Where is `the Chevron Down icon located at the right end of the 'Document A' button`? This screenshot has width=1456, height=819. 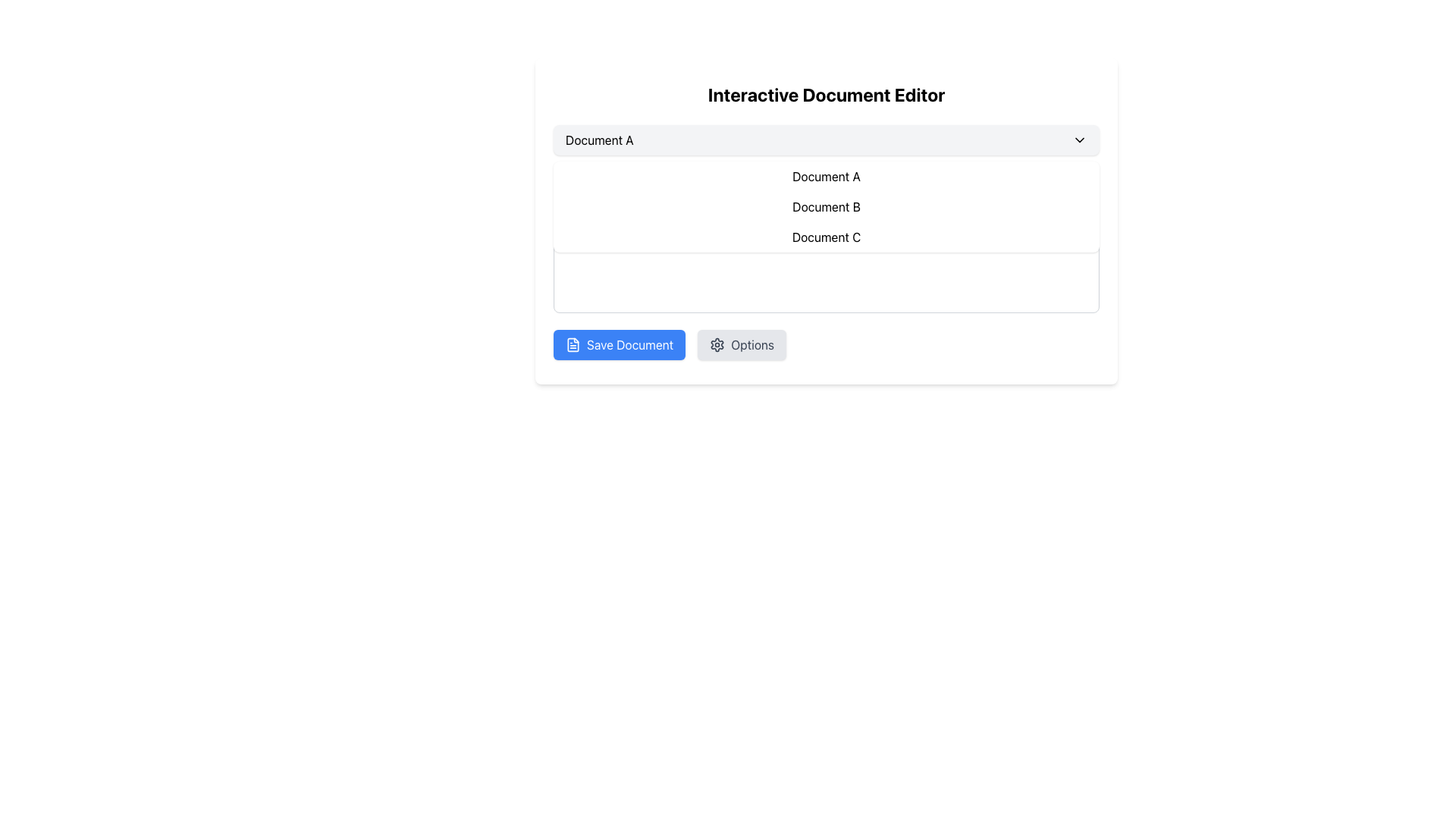
the Chevron Down icon located at the right end of the 'Document A' button is located at coordinates (1079, 140).